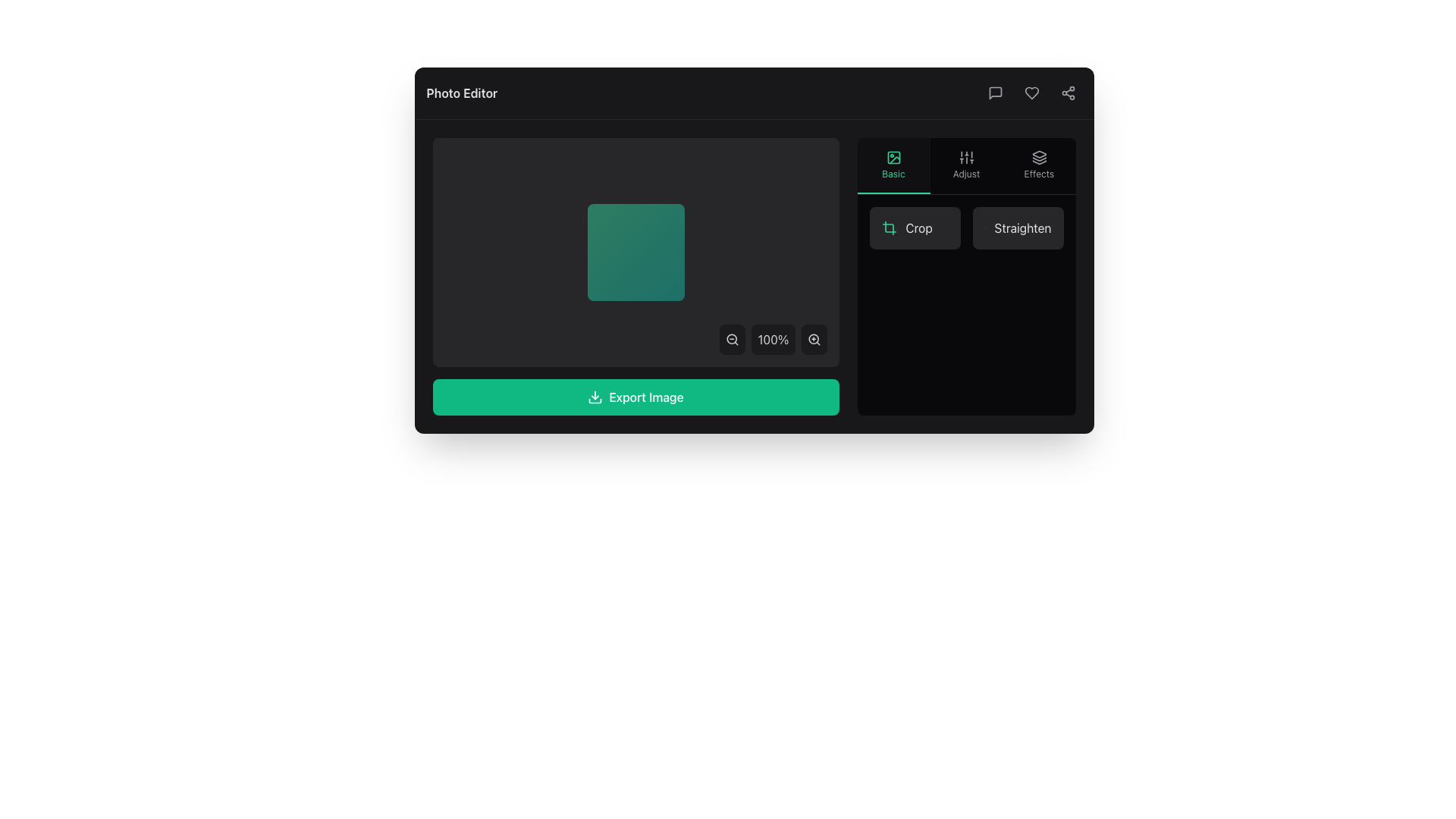 This screenshot has height=819, width=1456. Describe the element at coordinates (965, 166) in the screenshot. I see `the 'Adjust' button located in the middle of the right-side panel` at that location.